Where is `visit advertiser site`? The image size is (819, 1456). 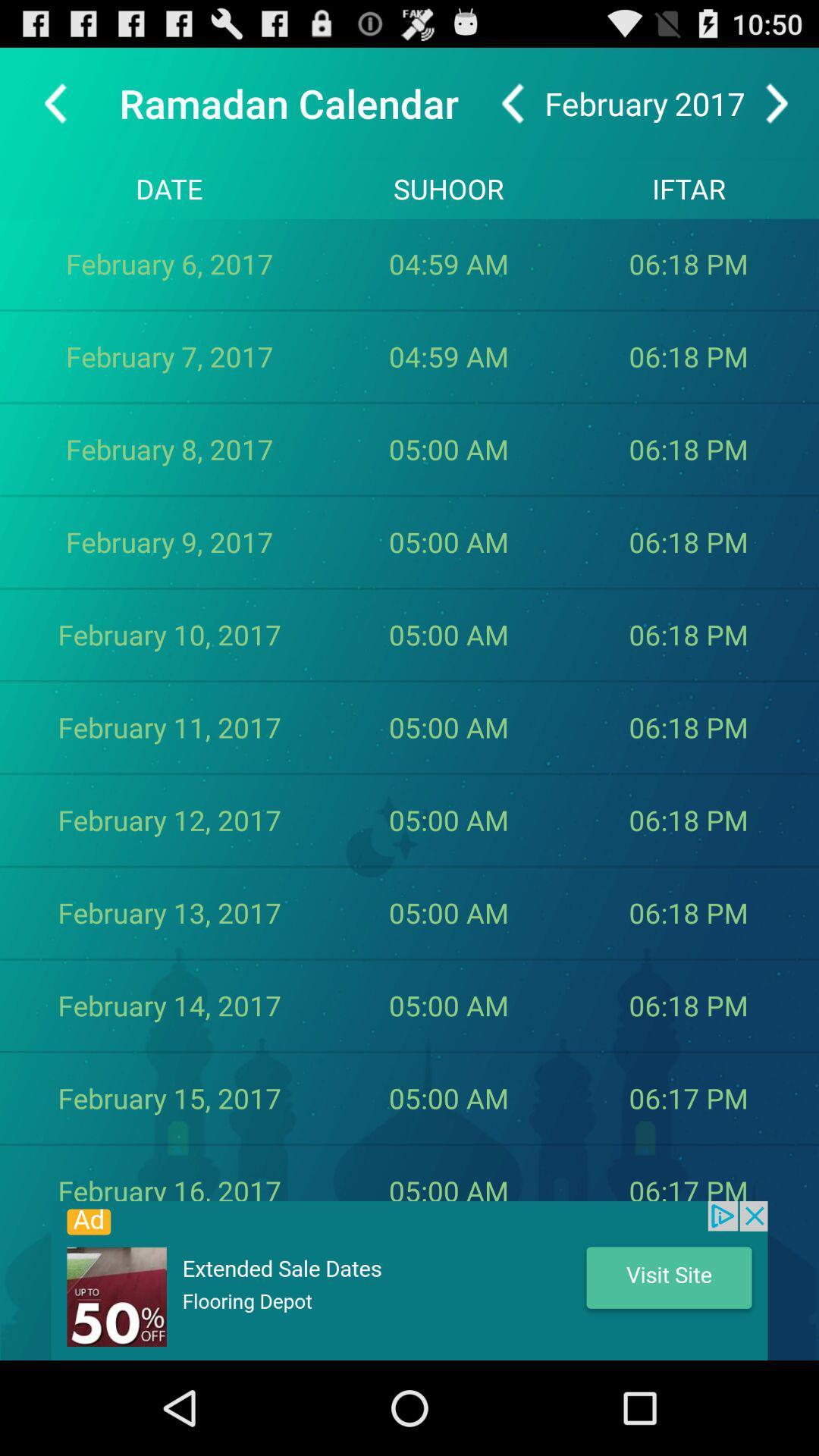 visit advertiser site is located at coordinates (409, 1280).